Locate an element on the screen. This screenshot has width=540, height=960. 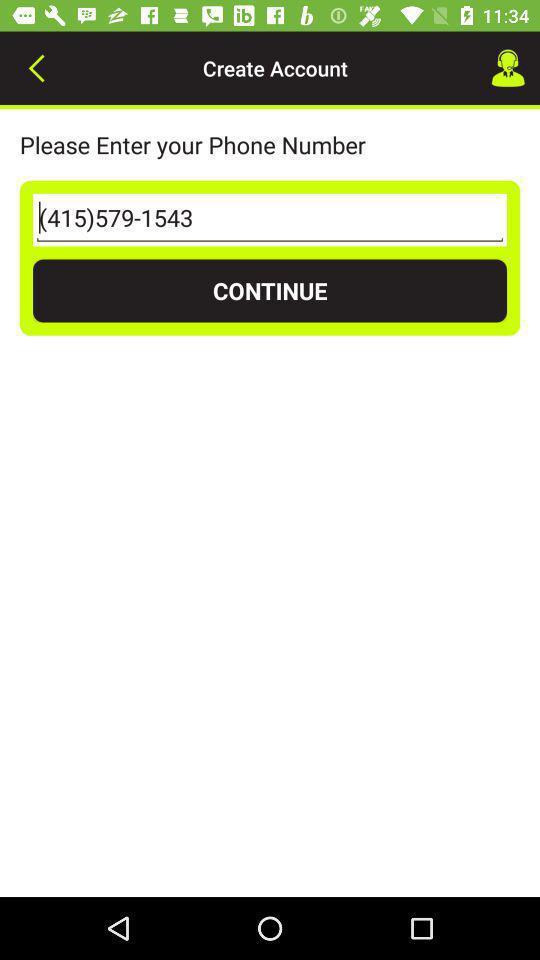
continue item is located at coordinates (270, 289).